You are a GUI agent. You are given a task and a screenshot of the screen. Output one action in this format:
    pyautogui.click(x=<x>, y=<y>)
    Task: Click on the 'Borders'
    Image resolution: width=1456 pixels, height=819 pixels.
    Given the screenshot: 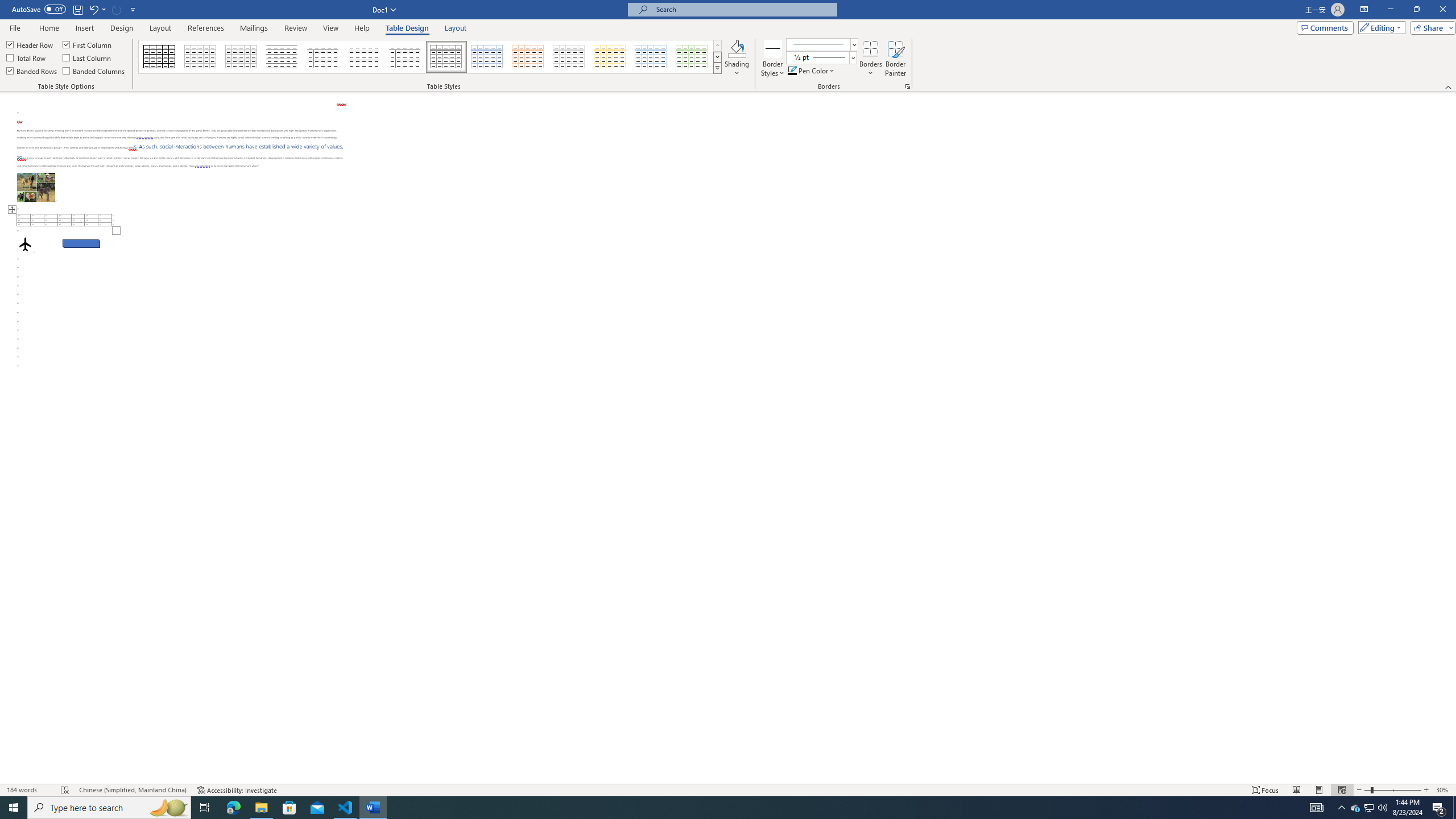 What is the action you would take?
    pyautogui.click(x=870, y=48)
    